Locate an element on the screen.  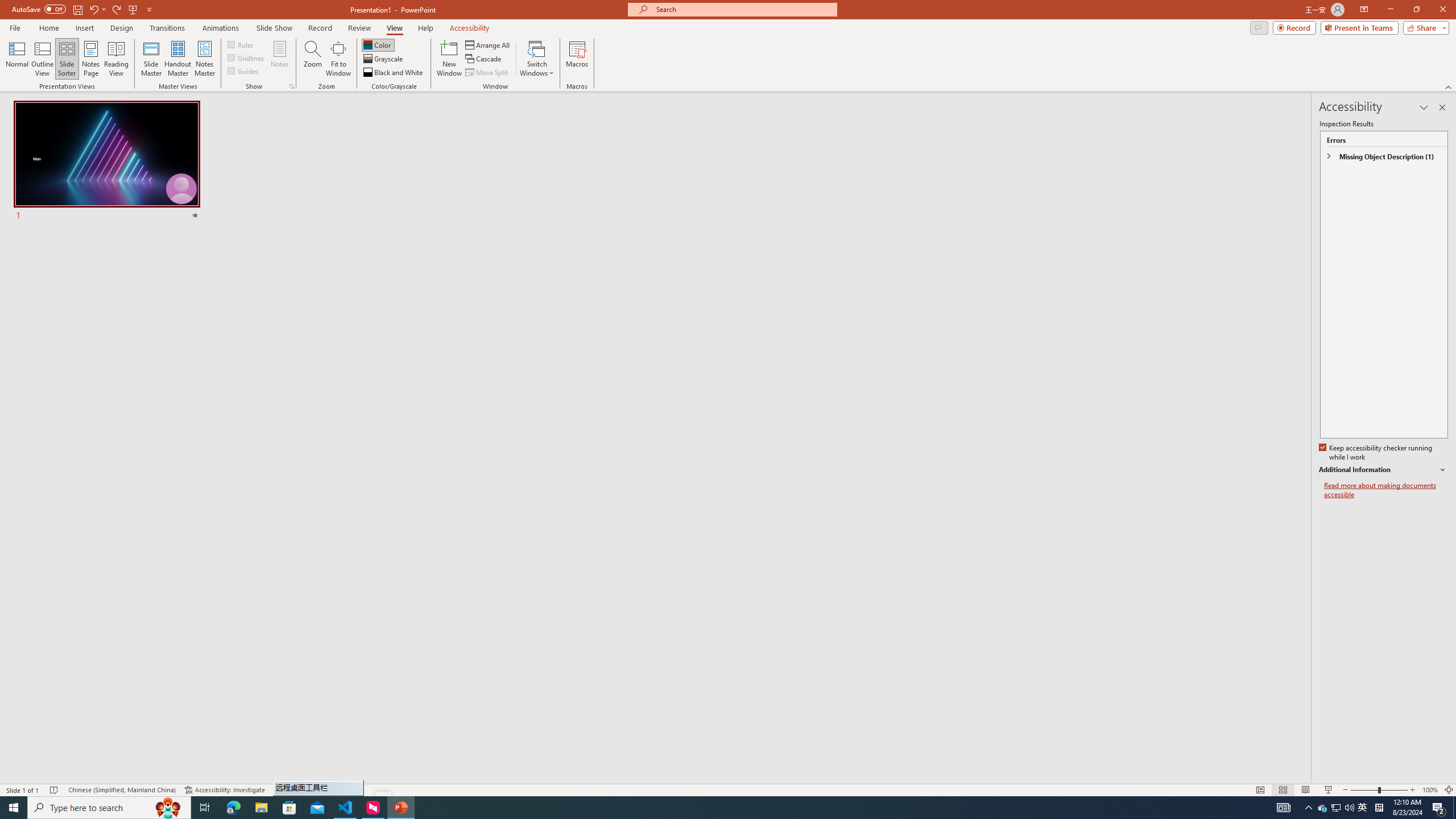
'Slide Master' is located at coordinates (151, 59).